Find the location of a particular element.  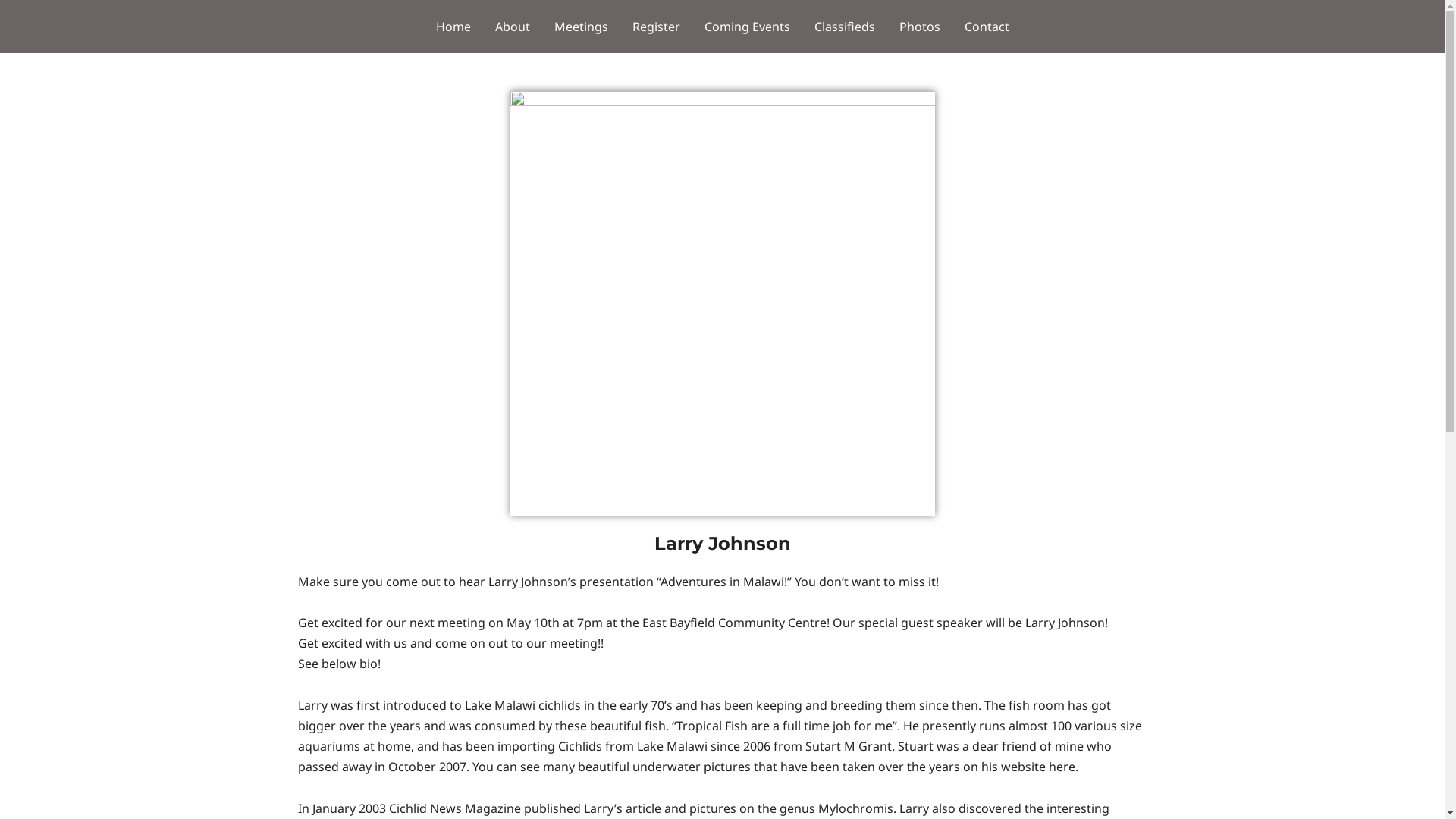

'Meetings' is located at coordinates (579, 26).